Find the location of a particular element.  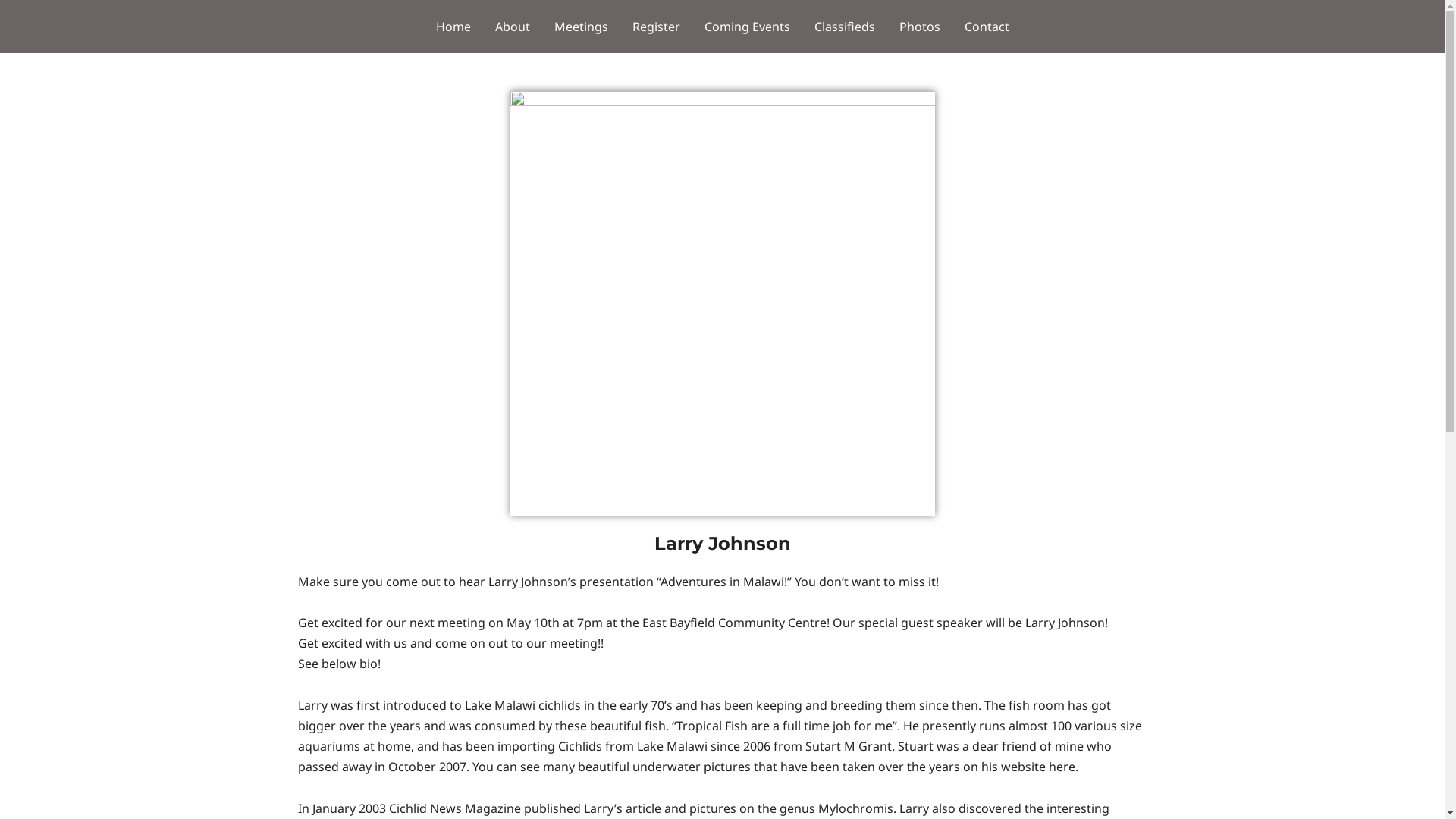

'Meetings' is located at coordinates (579, 26).